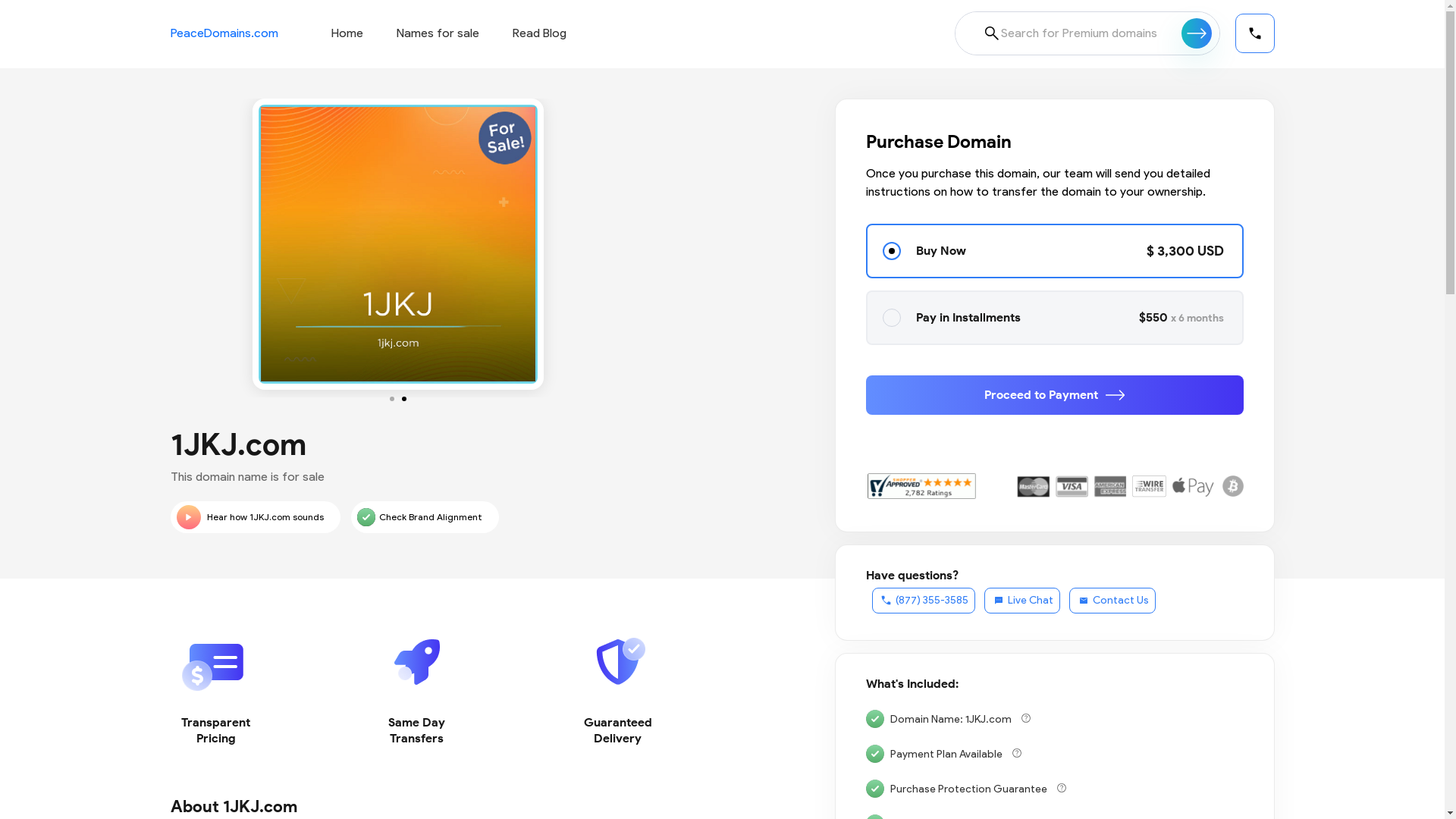  Describe the element at coordinates (436, 33) in the screenshot. I see `'Names for sale'` at that location.